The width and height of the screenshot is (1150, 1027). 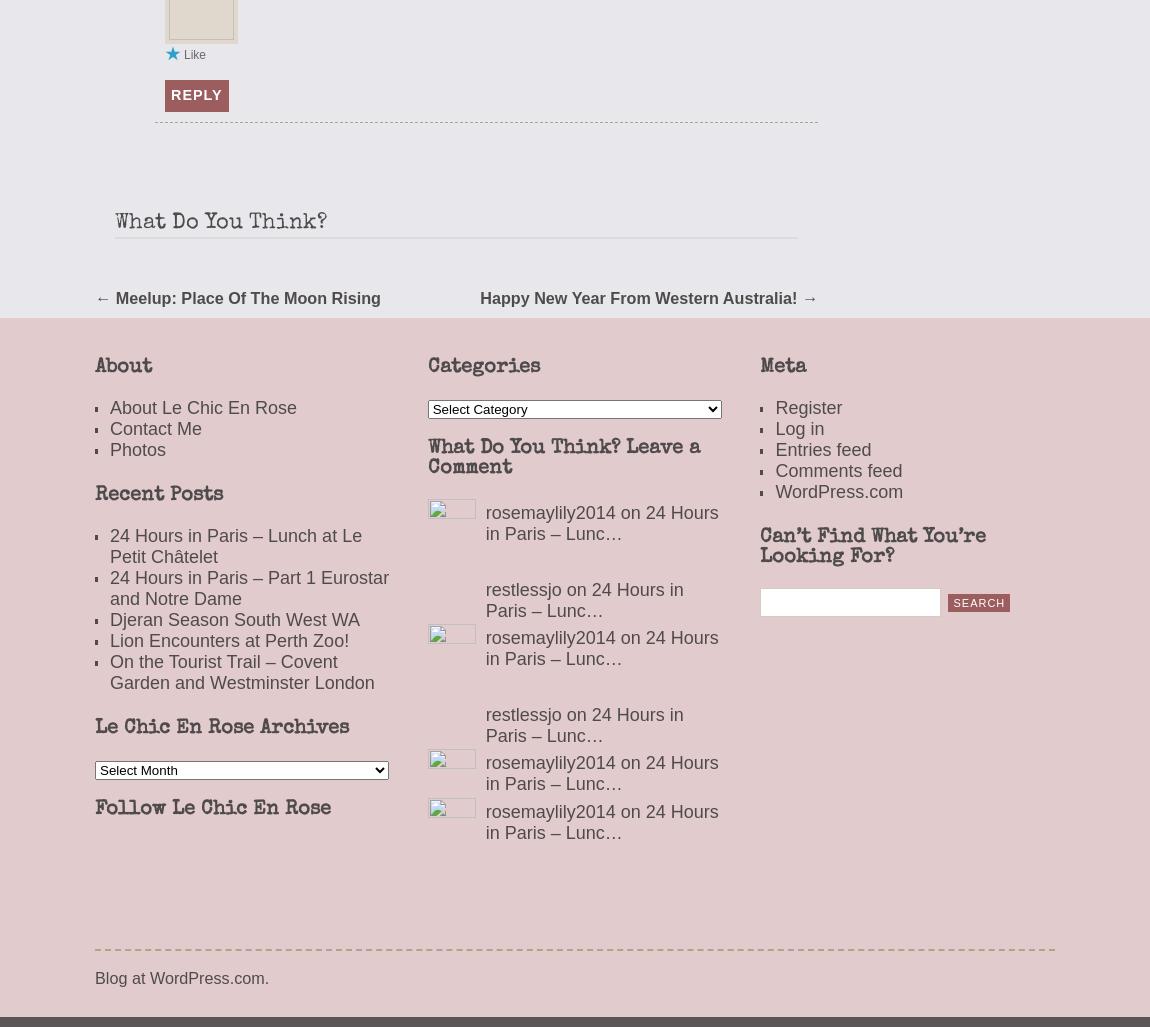 I want to click on '24 Hours in Paris – Part 1 Eurostar and Notre Dame', so click(x=248, y=587).